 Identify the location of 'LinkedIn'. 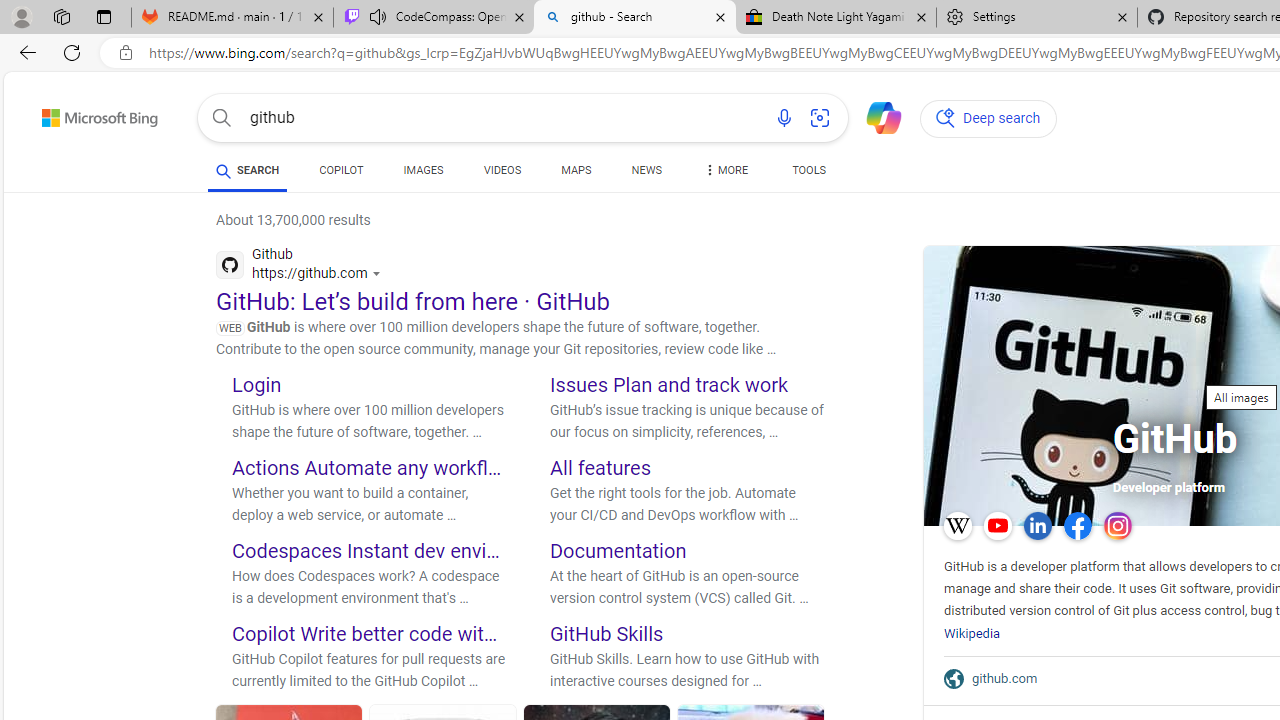
(1038, 524).